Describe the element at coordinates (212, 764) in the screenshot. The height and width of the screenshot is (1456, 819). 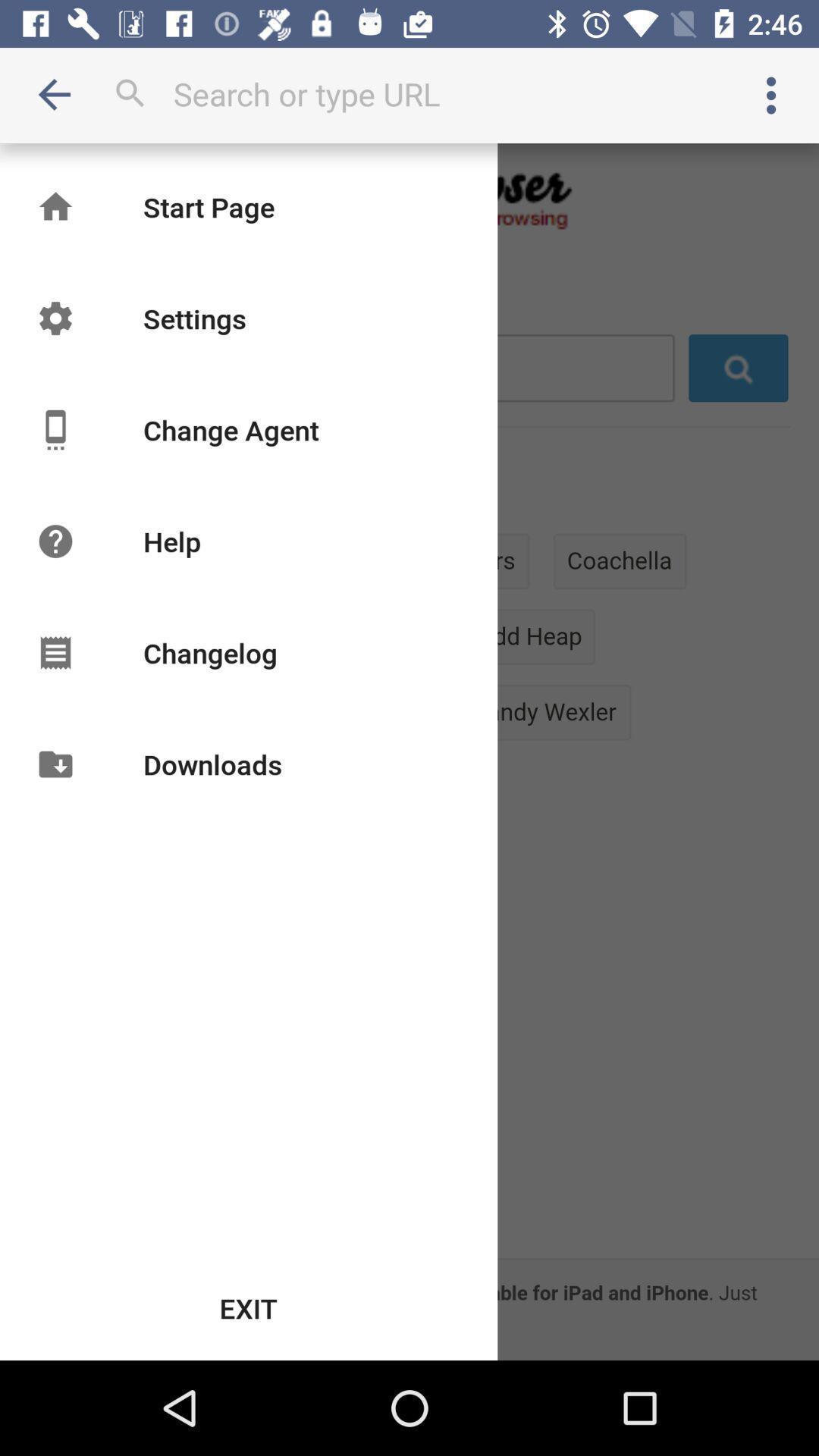
I see `the downloads` at that location.